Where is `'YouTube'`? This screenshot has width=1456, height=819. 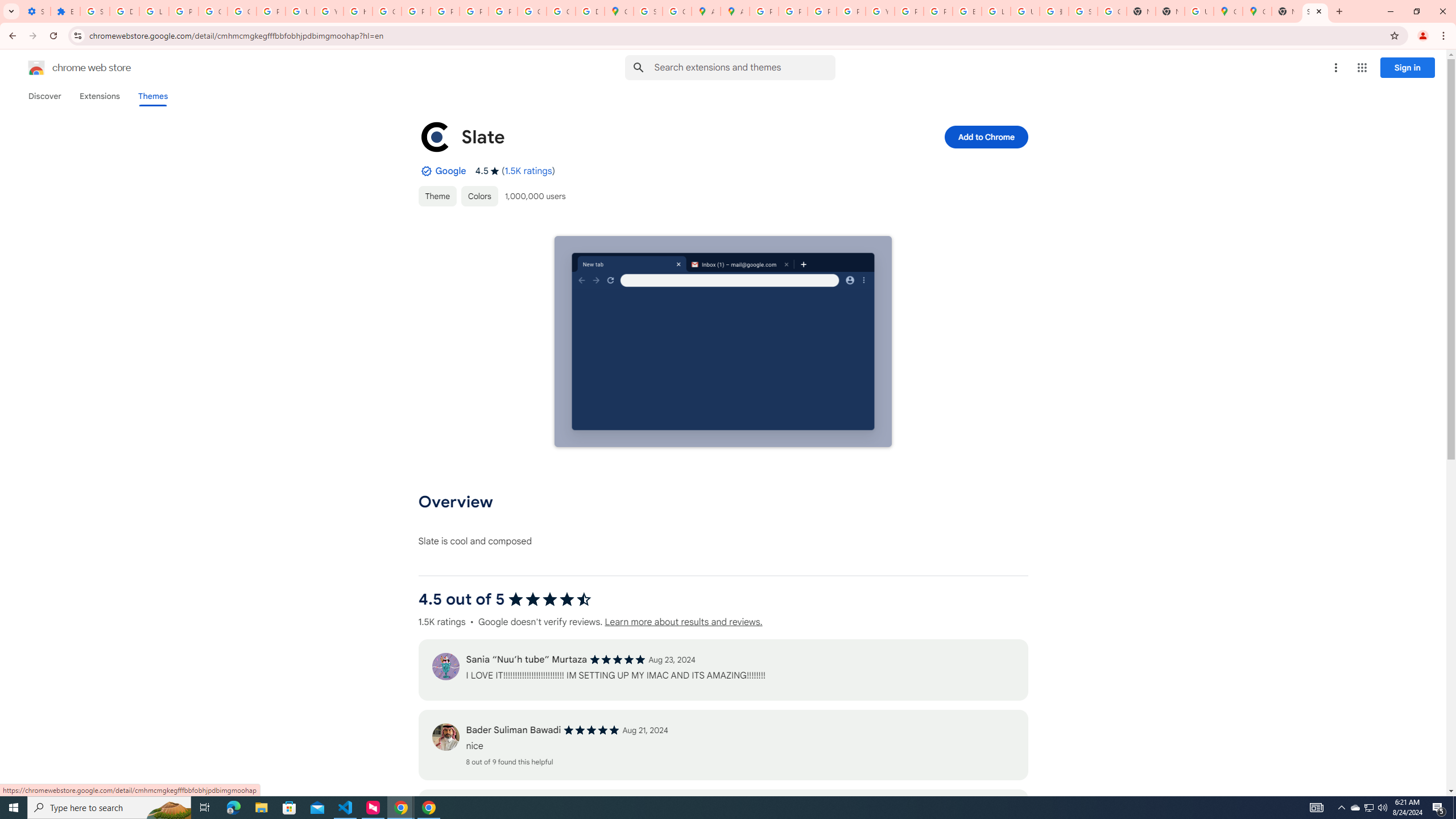
'YouTube' is located at coordinates (328, 11).